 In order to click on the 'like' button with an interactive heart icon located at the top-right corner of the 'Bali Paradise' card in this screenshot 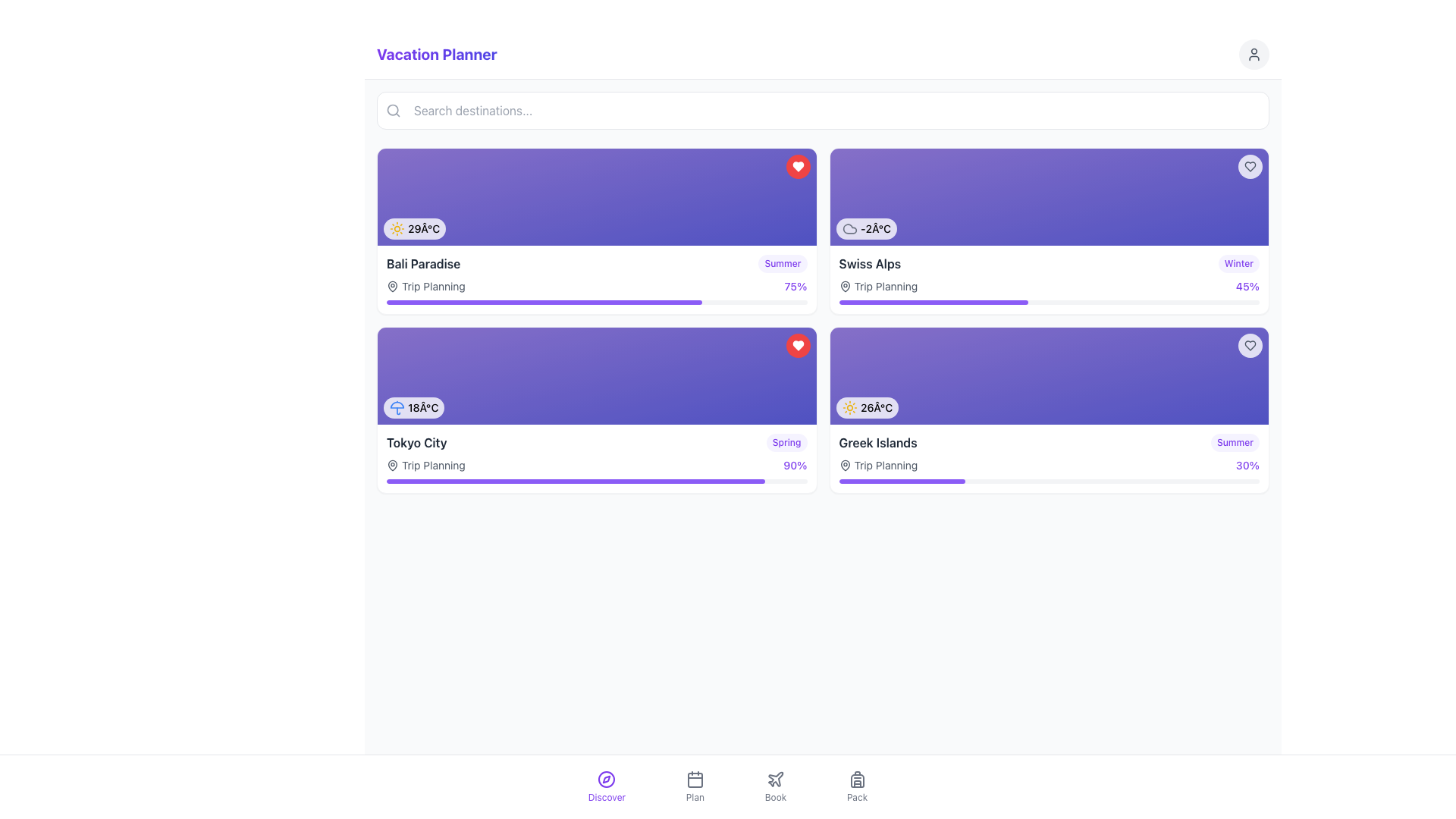, I will do `click(797, 166)`.